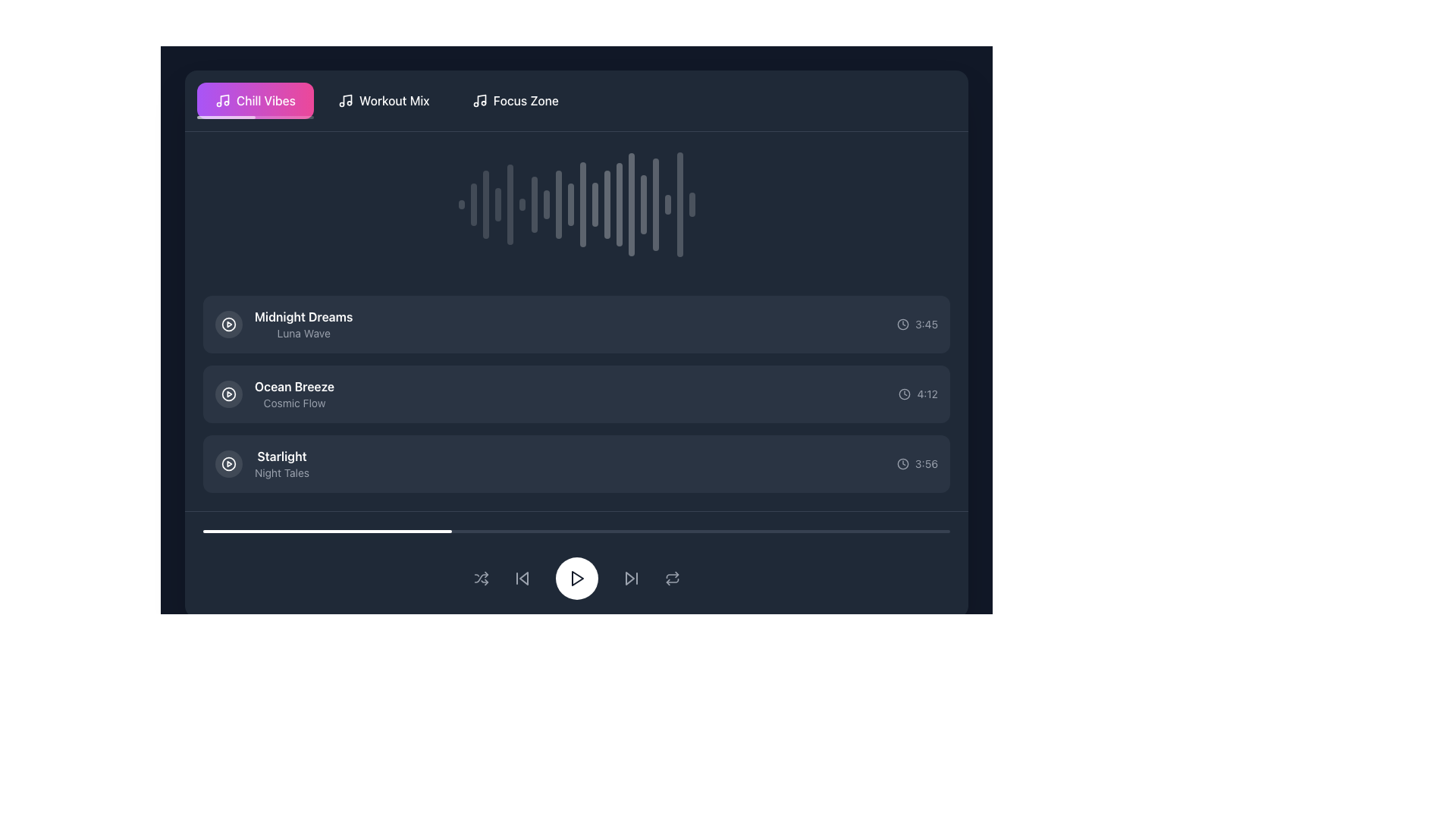 This screenshot has width=1456, height=819. Describe the element at coordinates (534, 205) in the screenshot. I see `the seventh bar of the audio waveform visualization component, which represents audio amplitude data` at that location.